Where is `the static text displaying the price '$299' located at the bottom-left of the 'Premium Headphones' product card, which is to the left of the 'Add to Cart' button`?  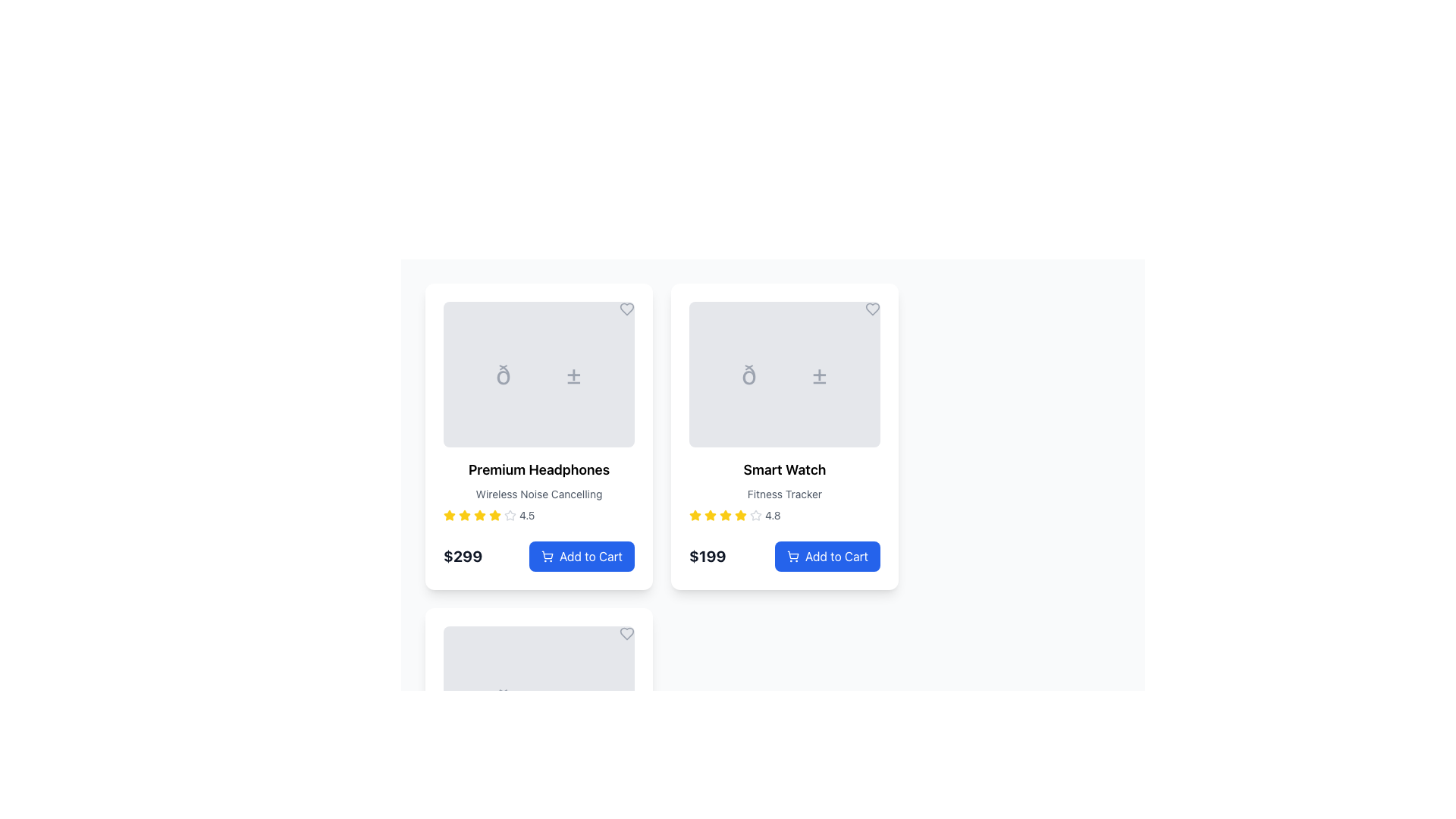 the static text displaying the price '$299' located at the bottom-left of the 'Premium Headphones' product card, which is to the left of the 'Add to Cart' button is located at coordinates (462, 556).